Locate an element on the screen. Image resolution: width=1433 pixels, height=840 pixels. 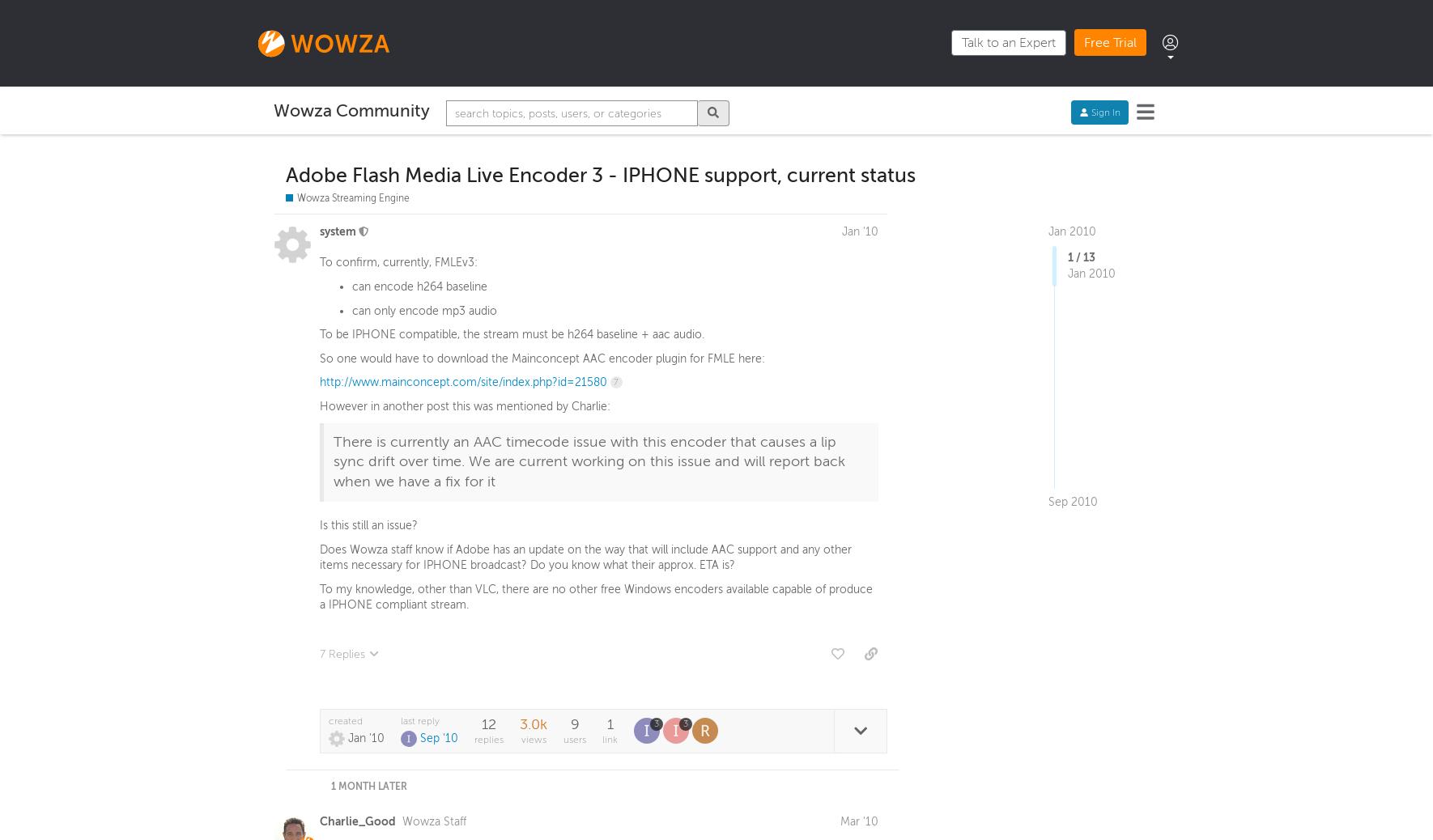
'Charlie_Good' is located at coordinates (356, 825).